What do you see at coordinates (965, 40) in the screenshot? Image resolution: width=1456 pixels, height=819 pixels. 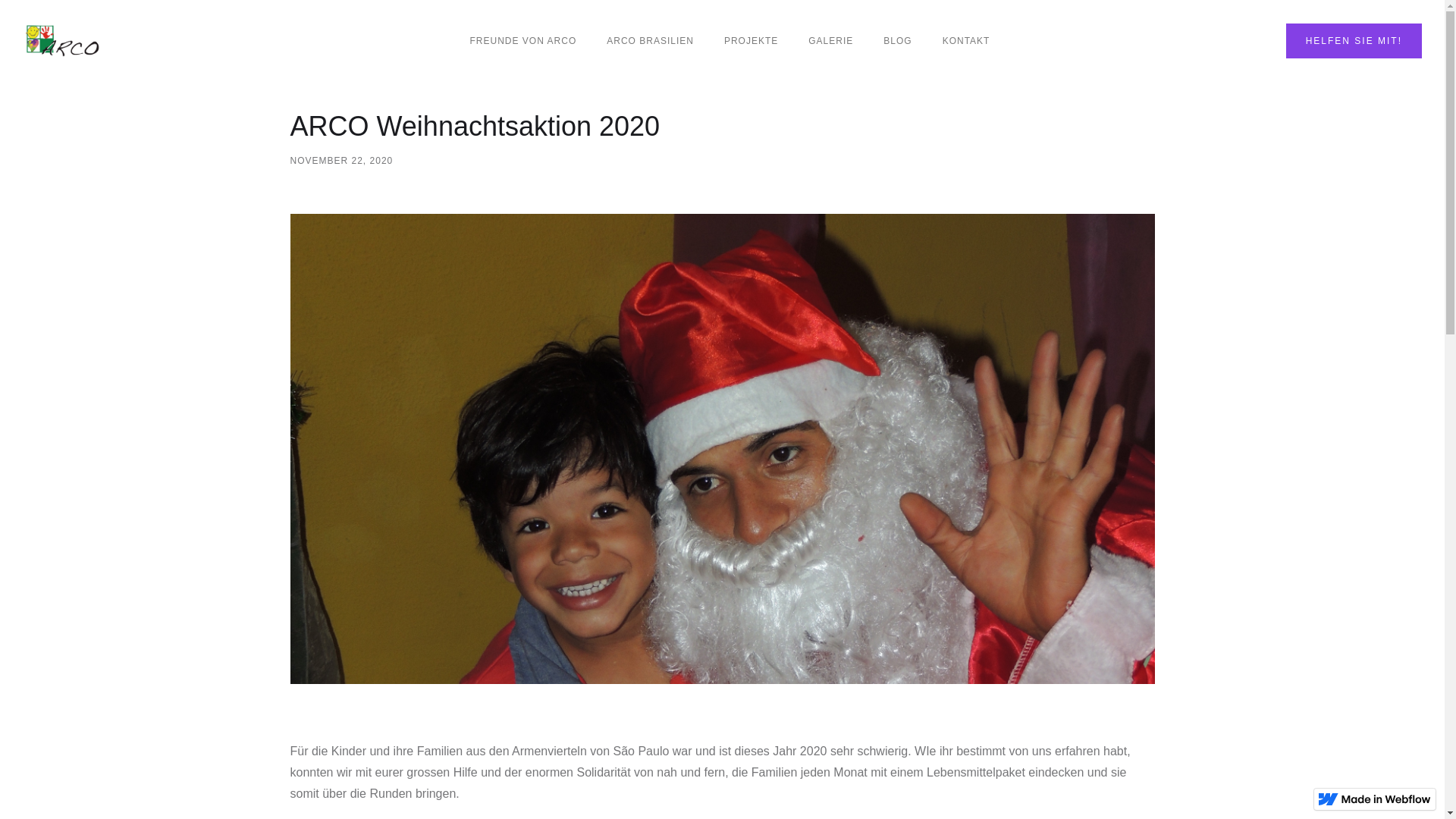 I see `'KONTAKT'` at bounding box center [965, 40].